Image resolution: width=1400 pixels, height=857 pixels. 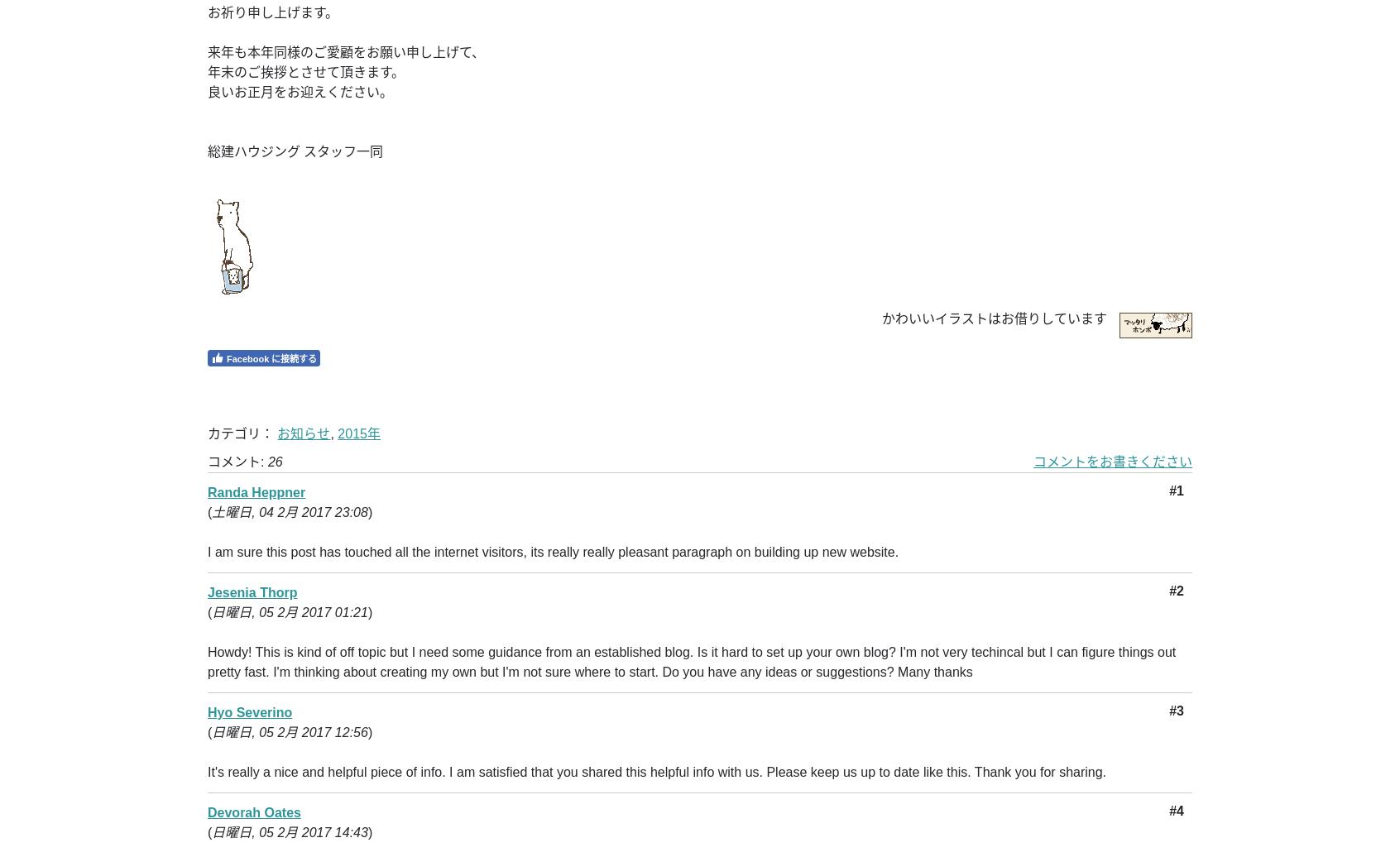 What do you see at coordinates (236, 462) in the screenshot?
I see `'コメント:'` at bounding box center [236, 462].